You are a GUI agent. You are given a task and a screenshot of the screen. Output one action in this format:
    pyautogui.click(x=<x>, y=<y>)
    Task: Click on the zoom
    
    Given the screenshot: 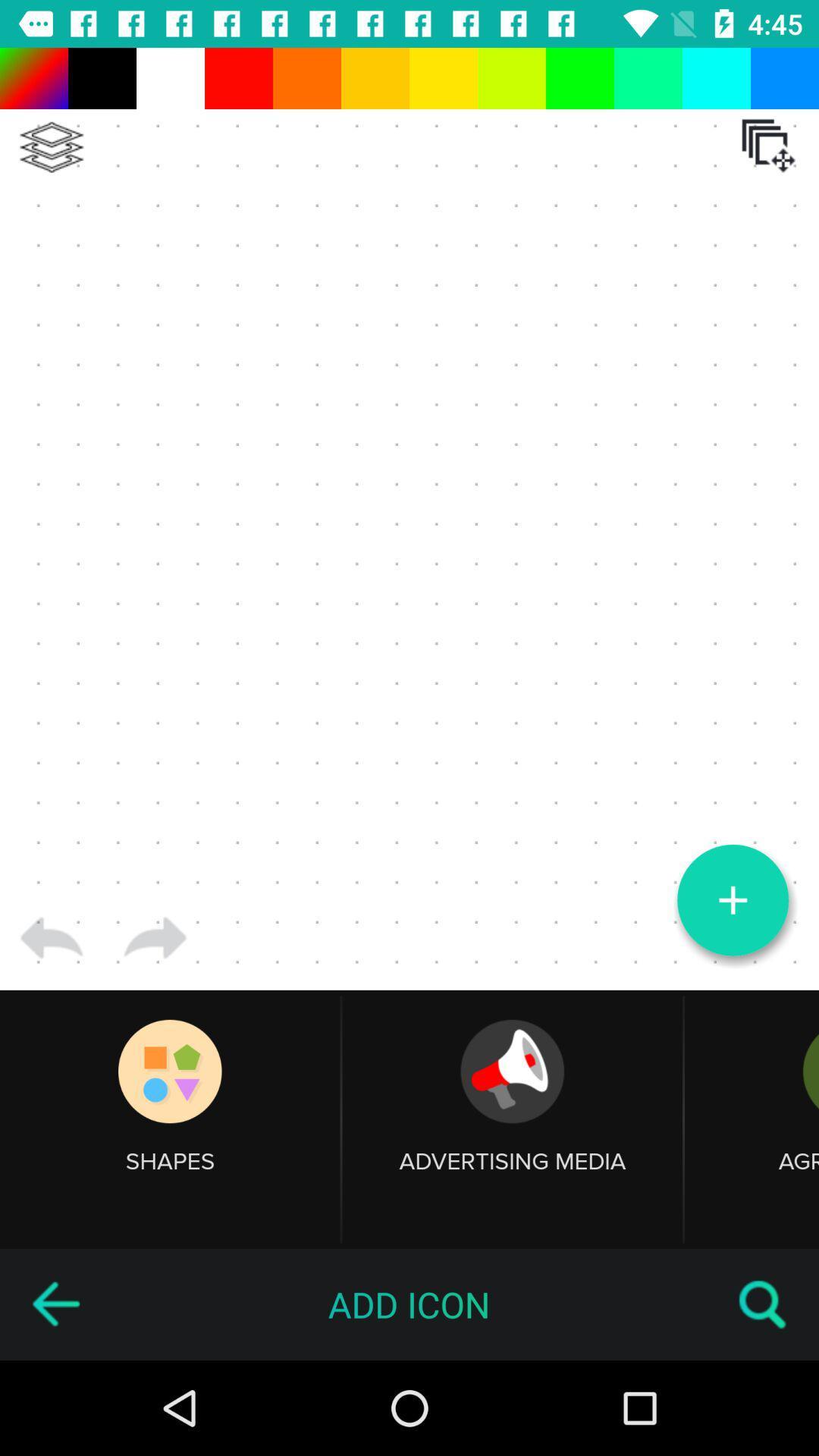 What is the action you would take?
    pyautogui.click(x=732, y=900)
    